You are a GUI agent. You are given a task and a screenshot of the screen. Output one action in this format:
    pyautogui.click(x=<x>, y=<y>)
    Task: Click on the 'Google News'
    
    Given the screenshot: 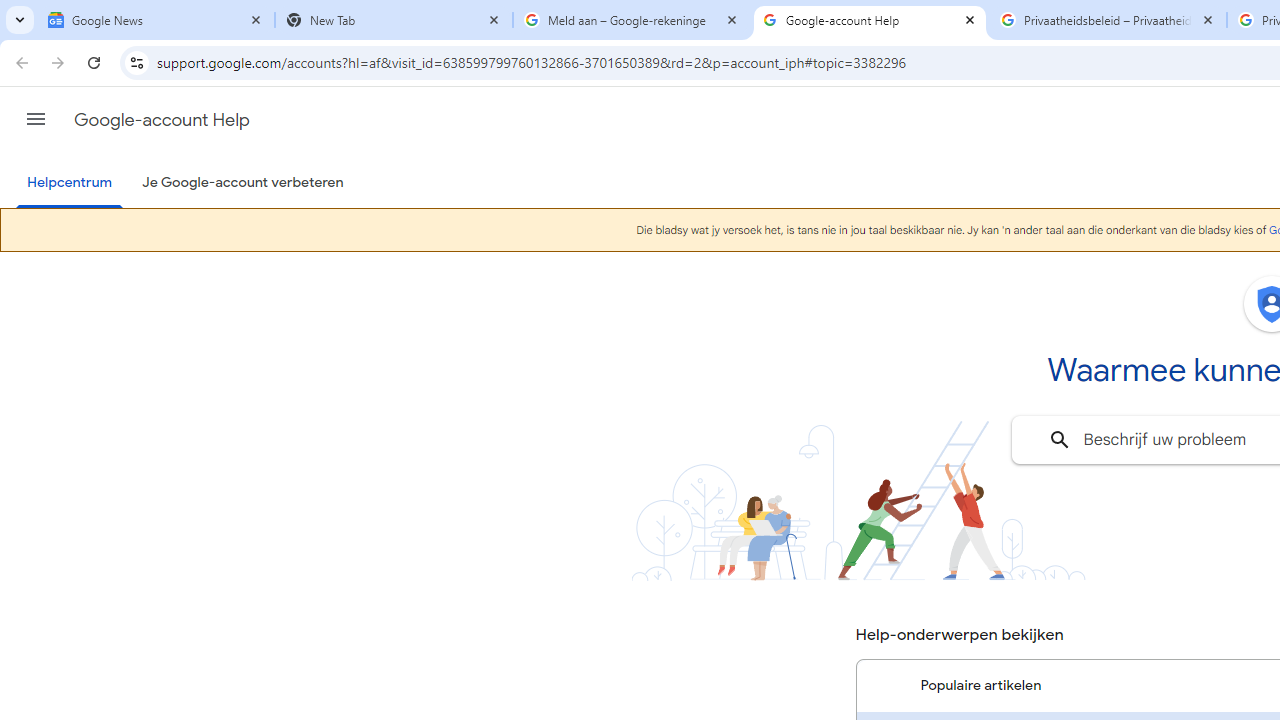 What is the action you would take?
    pyautogui.click(x=155, y=20)
    